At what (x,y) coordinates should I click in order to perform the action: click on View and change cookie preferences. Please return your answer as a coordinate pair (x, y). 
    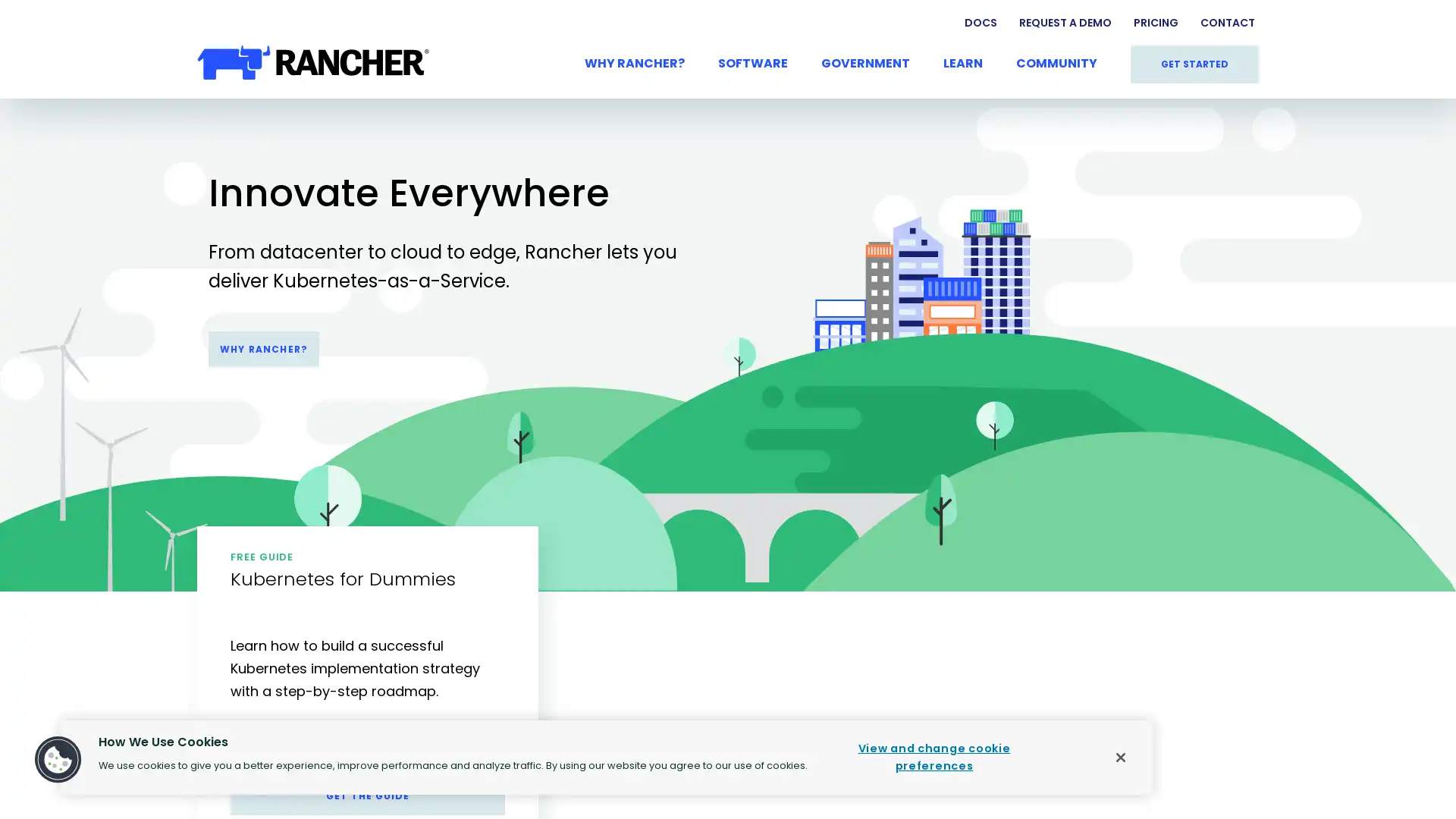
    Looking at the image, I should click on (934, 757).